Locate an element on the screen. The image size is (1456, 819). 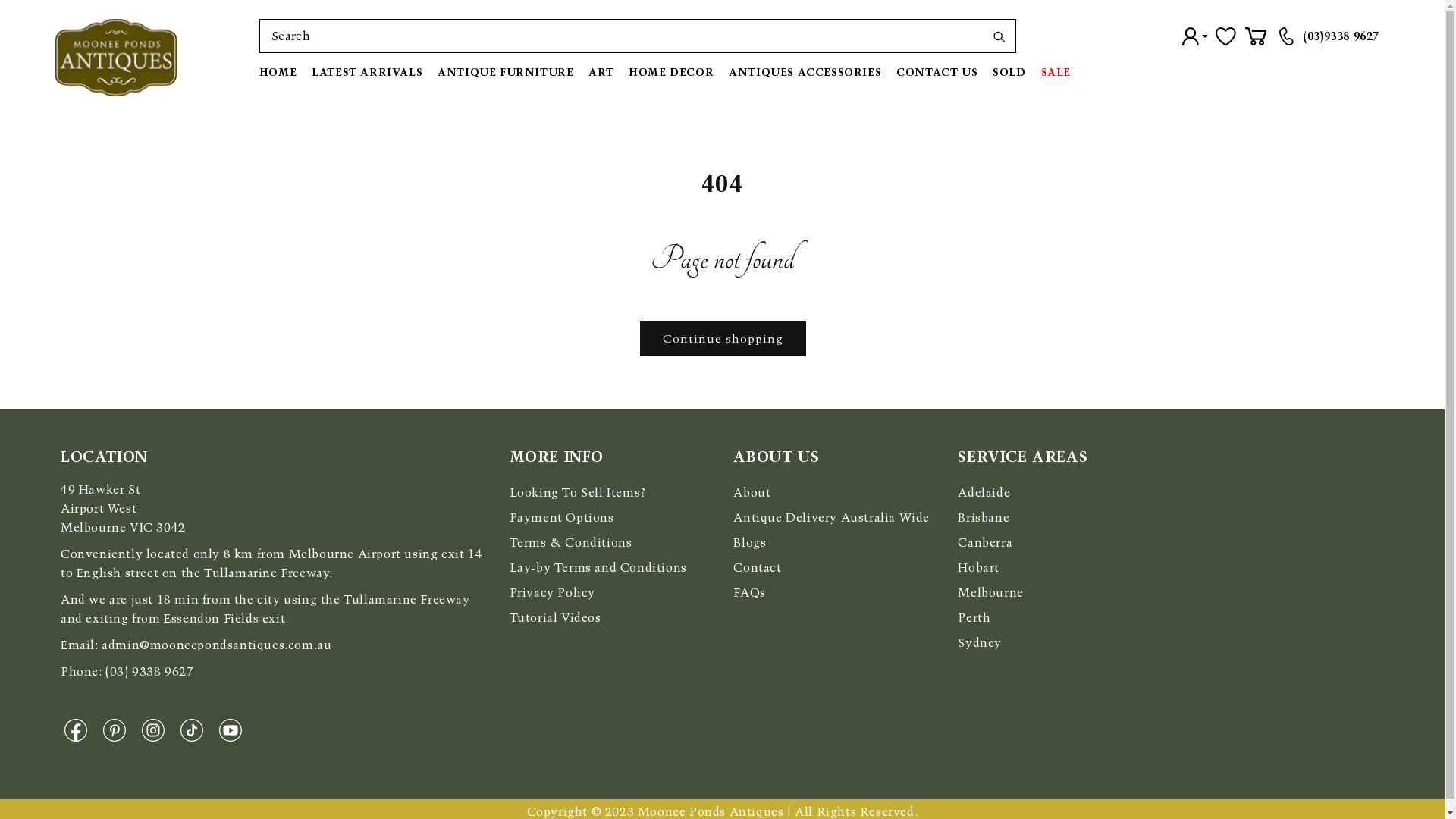
'Contact' is located at coordinates (757, 567).